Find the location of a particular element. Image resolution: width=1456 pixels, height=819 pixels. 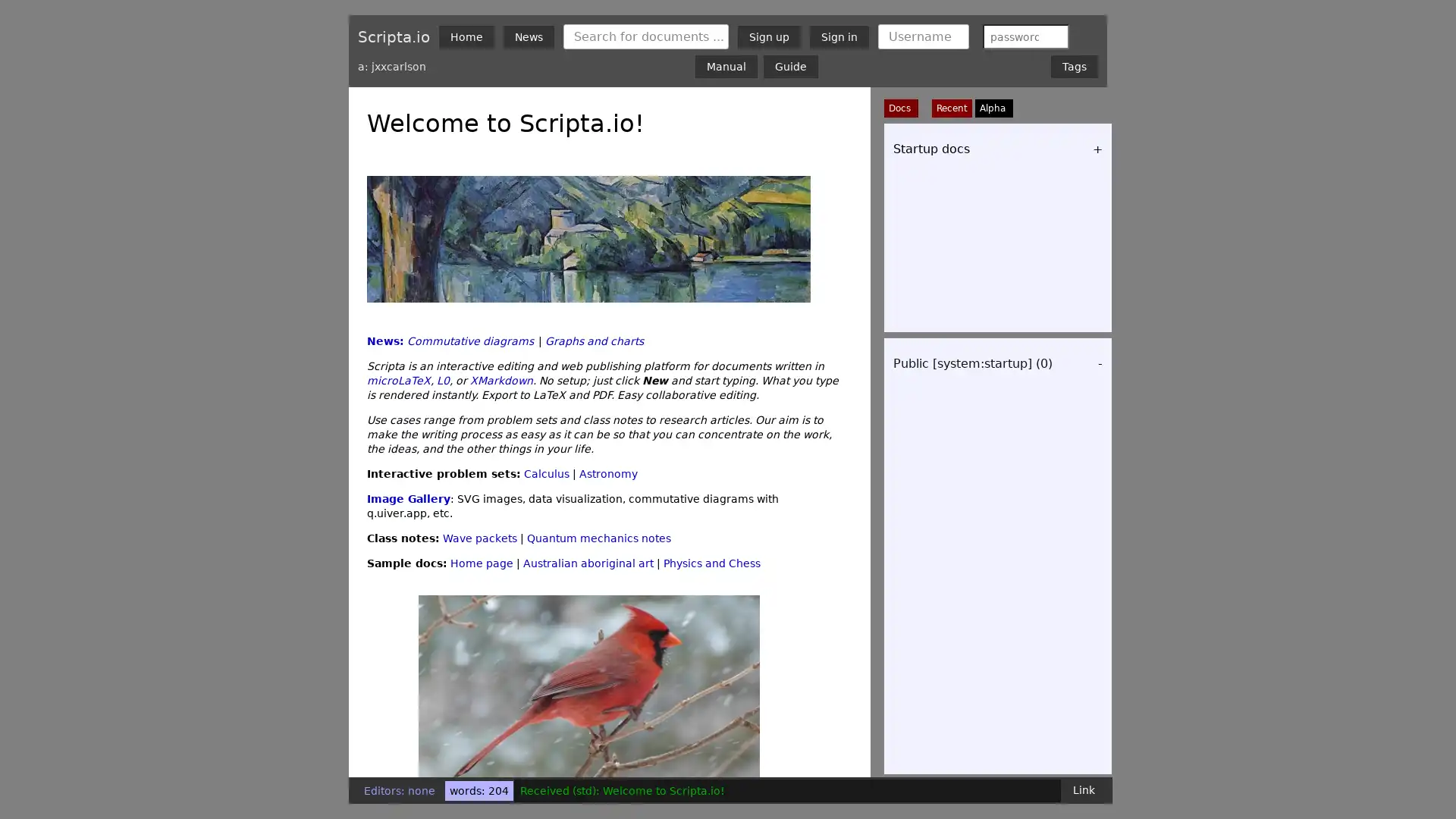

Docs is located at coordinates (901, 107).